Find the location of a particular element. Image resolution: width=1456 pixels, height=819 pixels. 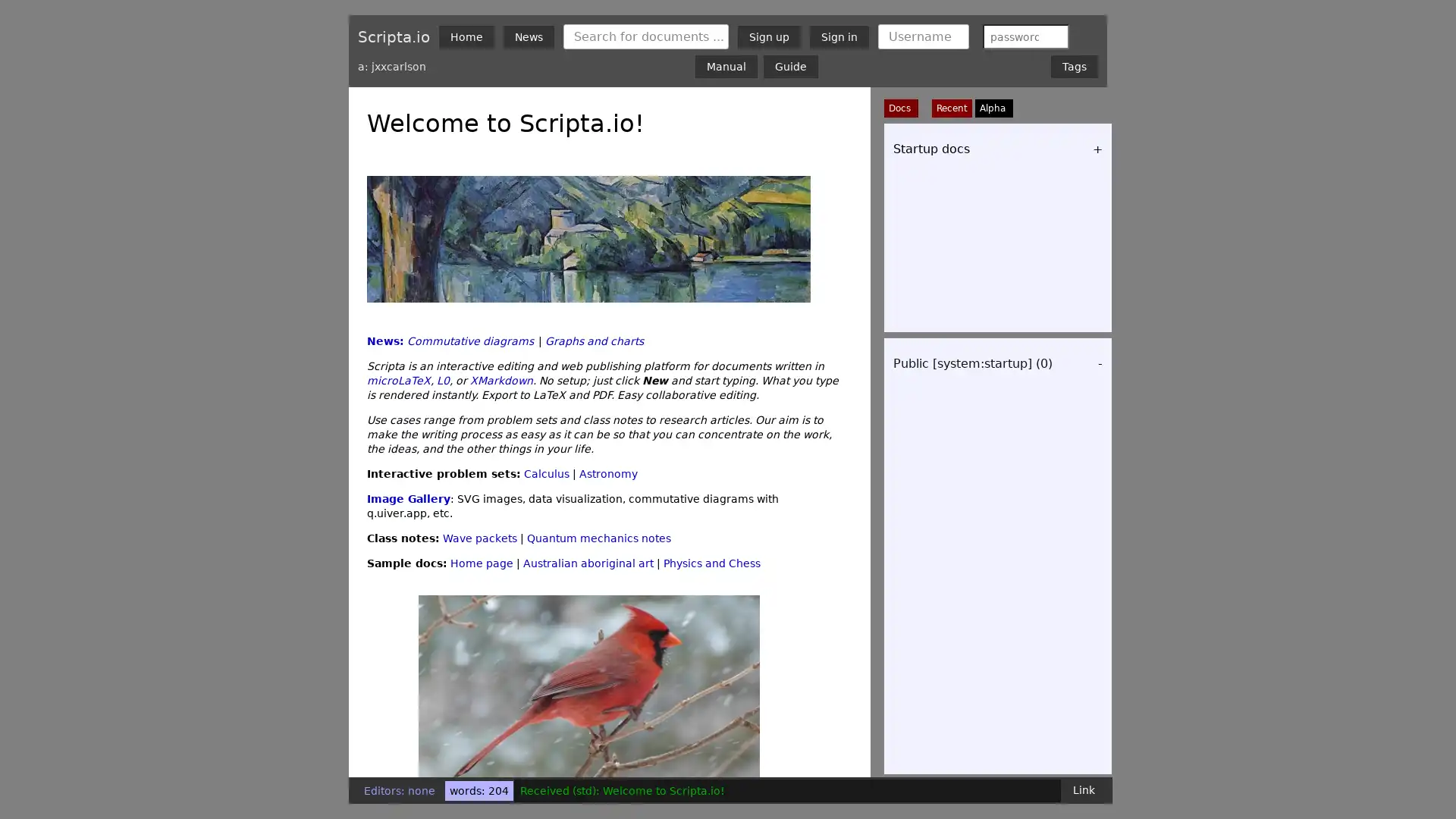

Docs is located at coordinates (901, 107).